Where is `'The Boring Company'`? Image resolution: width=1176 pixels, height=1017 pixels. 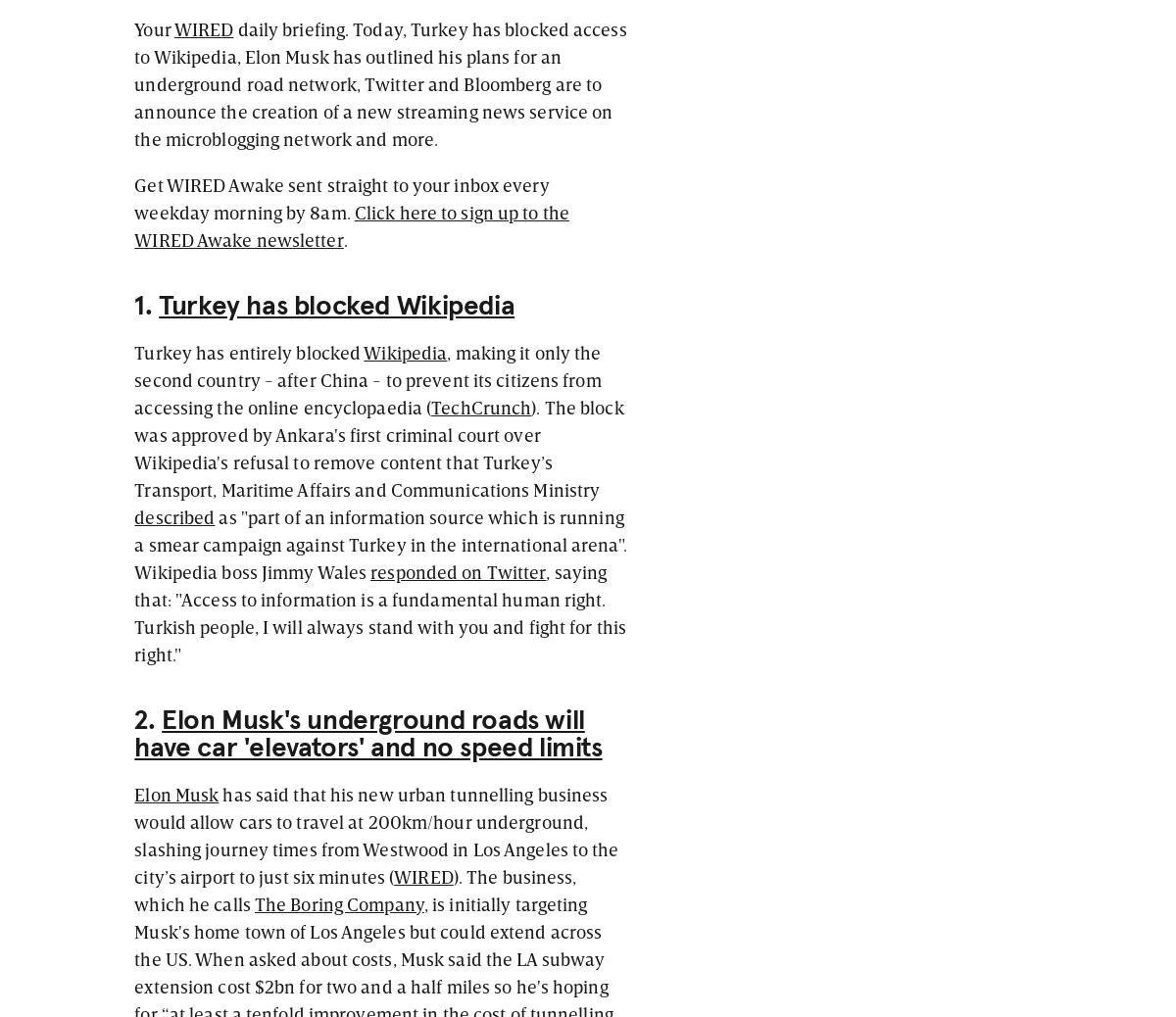 'The Boring Company' is located at coordinates (338, 902).